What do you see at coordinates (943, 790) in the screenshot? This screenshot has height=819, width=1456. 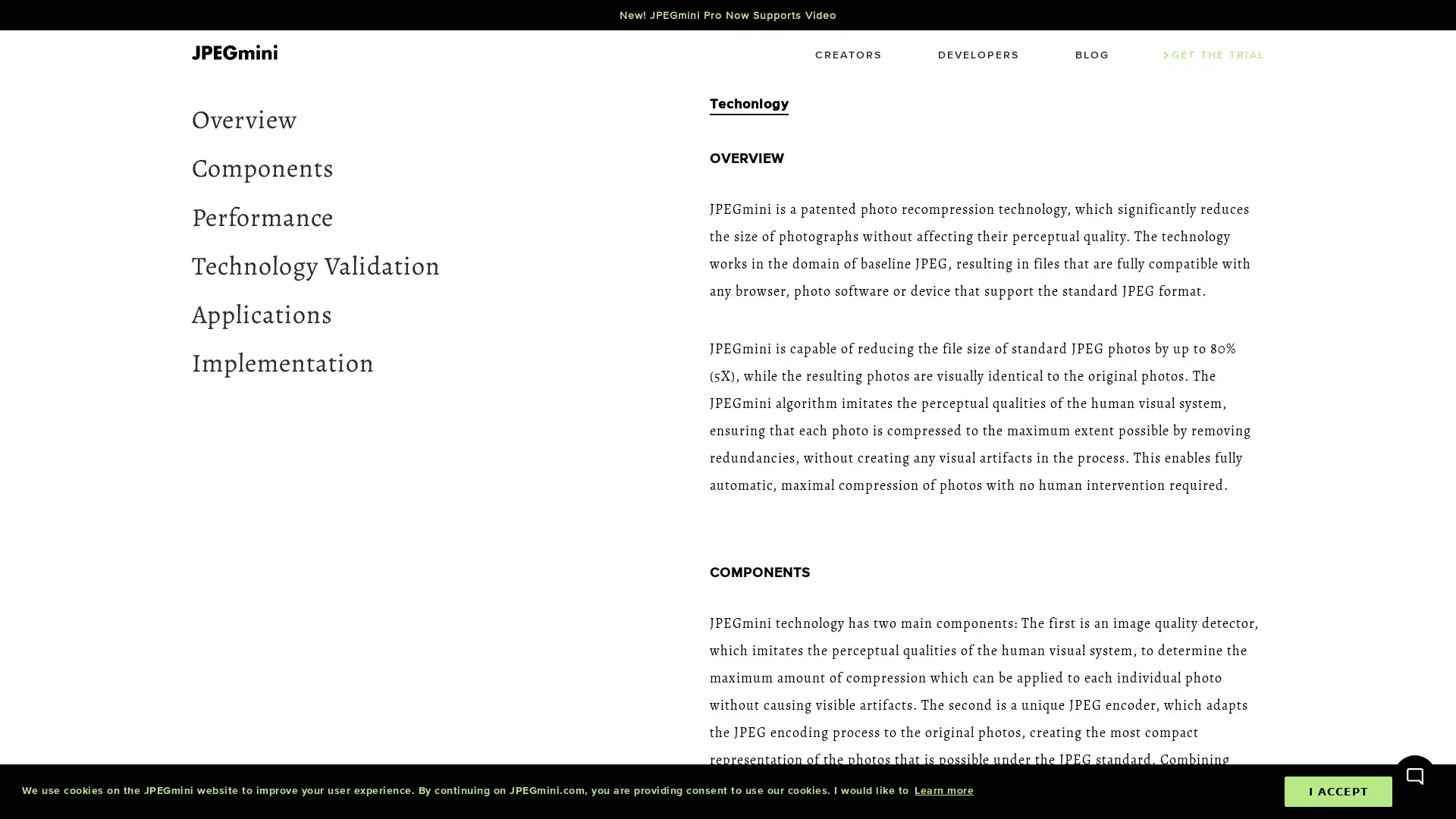 I see `learn more about cookies` at bounding box center [943, 790].